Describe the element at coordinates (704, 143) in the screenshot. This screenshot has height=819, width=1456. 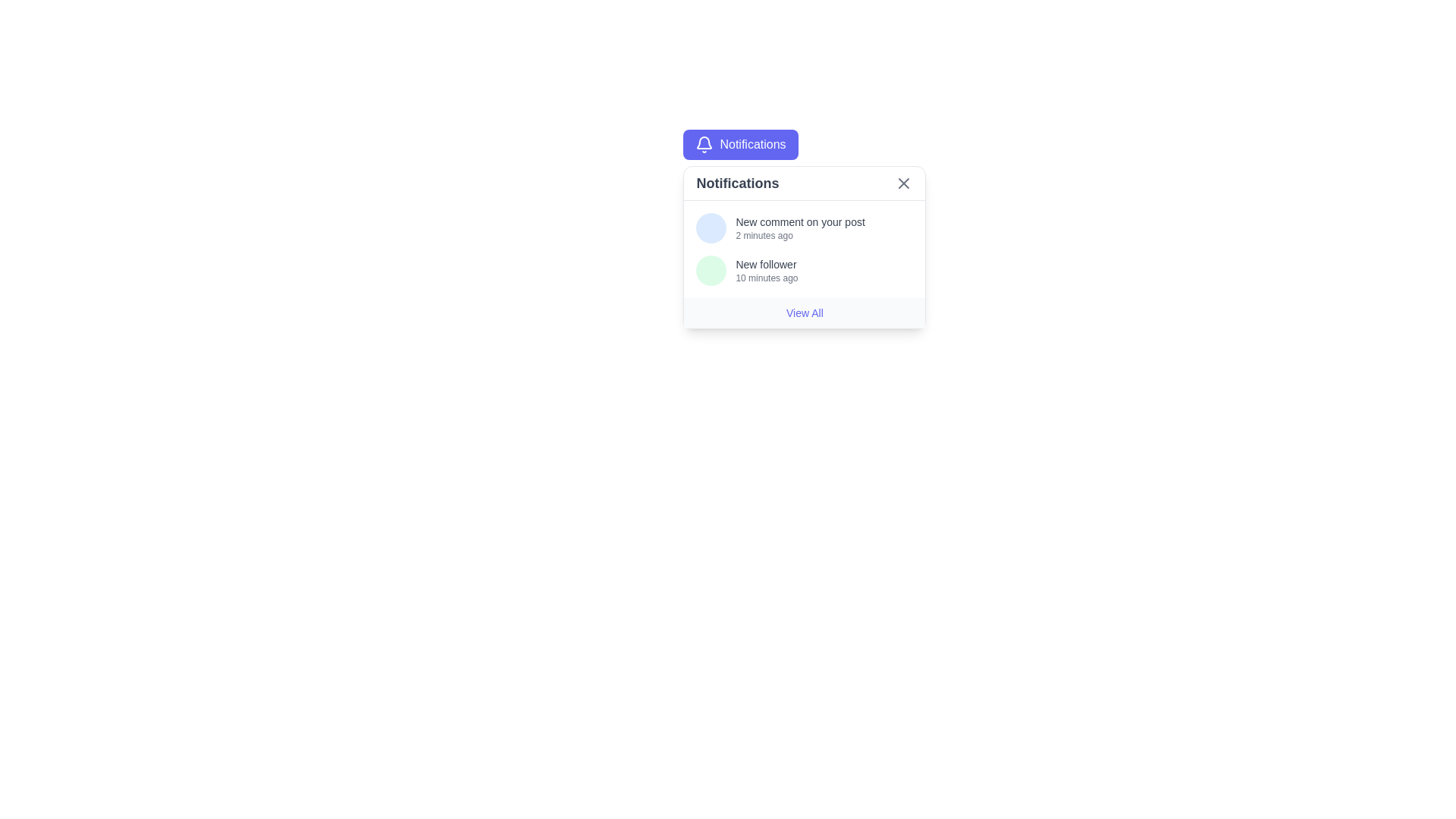
I see `the bell-shaped vector graphic icon that indicates notification functionalities within the application, located at the upper section of the notification control area` at that location.